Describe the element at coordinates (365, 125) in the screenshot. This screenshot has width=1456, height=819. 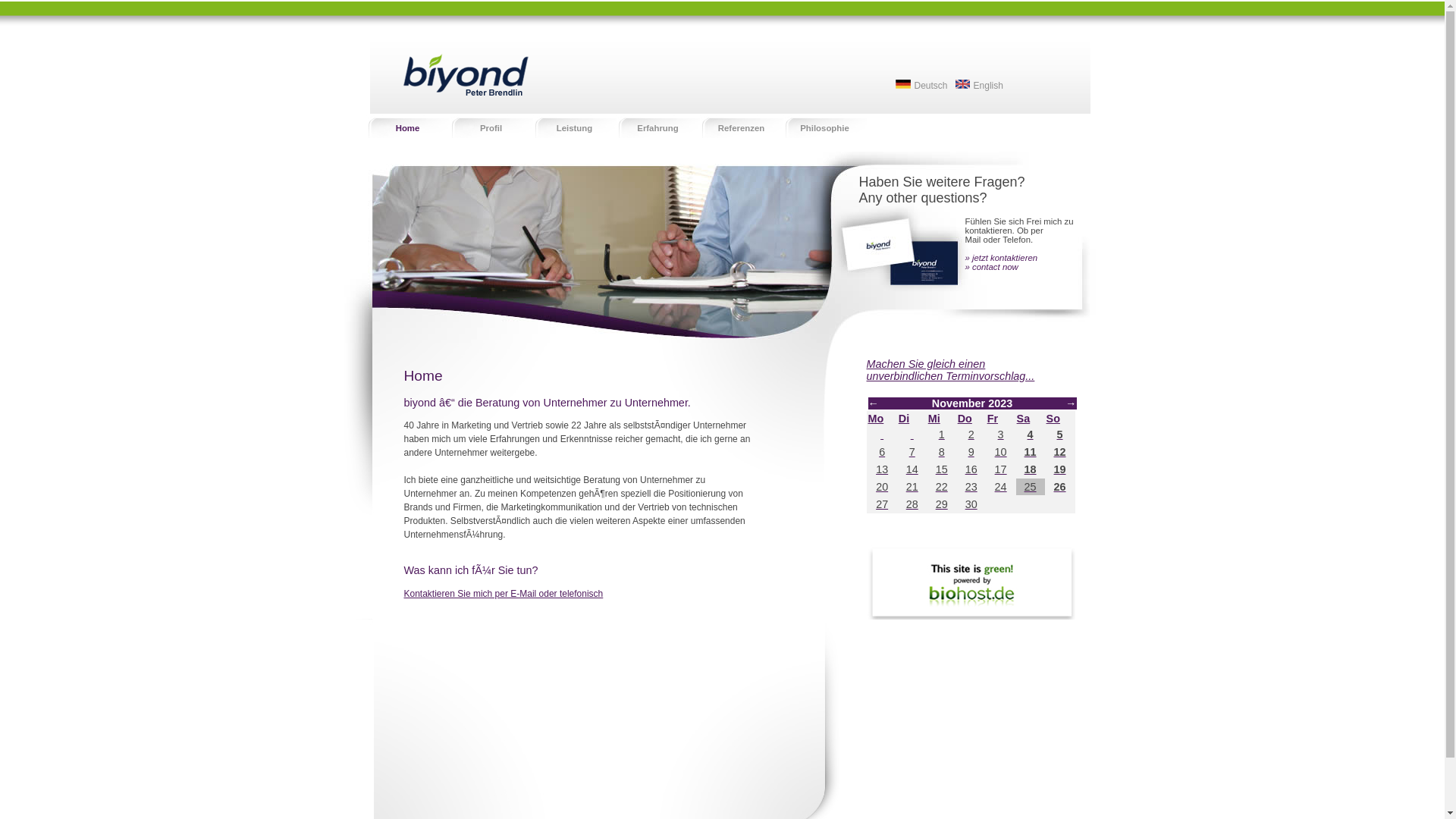
I see `'Home'` at that location.